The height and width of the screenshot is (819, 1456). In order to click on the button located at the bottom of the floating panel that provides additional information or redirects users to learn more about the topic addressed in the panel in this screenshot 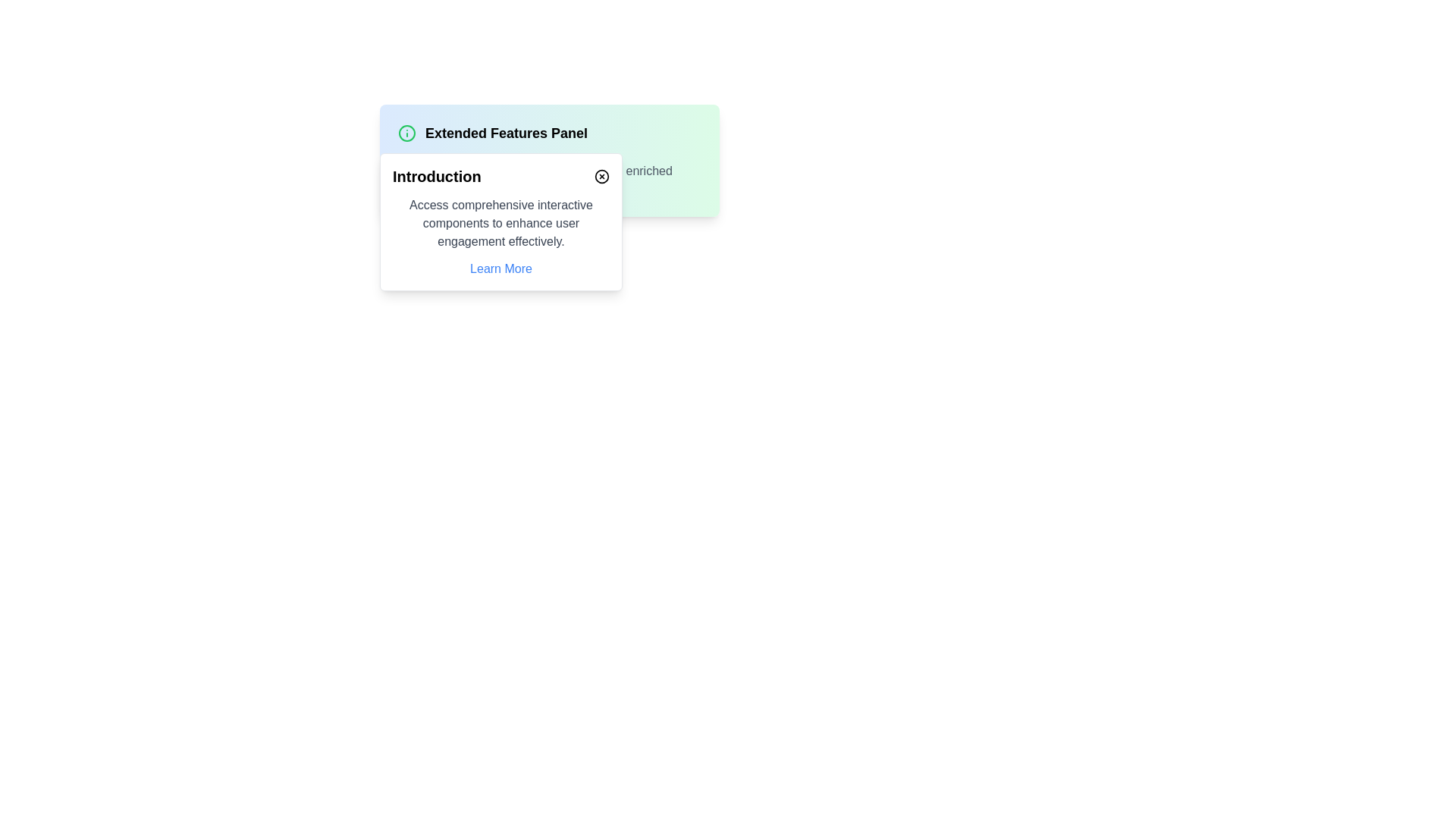, I will do `click(501, 268)`.